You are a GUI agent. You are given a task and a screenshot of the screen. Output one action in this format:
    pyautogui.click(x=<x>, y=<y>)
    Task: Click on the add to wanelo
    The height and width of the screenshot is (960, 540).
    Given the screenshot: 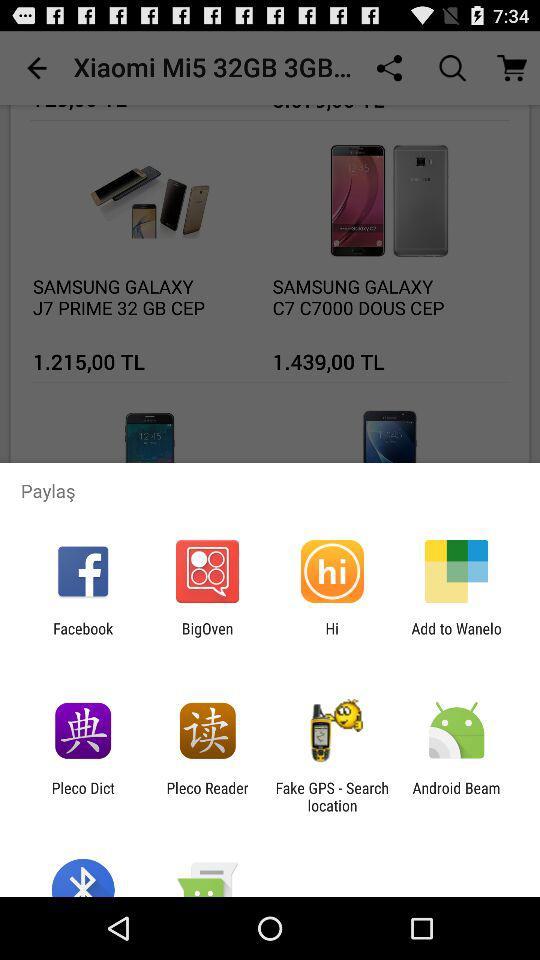 What is the action you would take?
    pyautogui.click(x=456, y=636)
    